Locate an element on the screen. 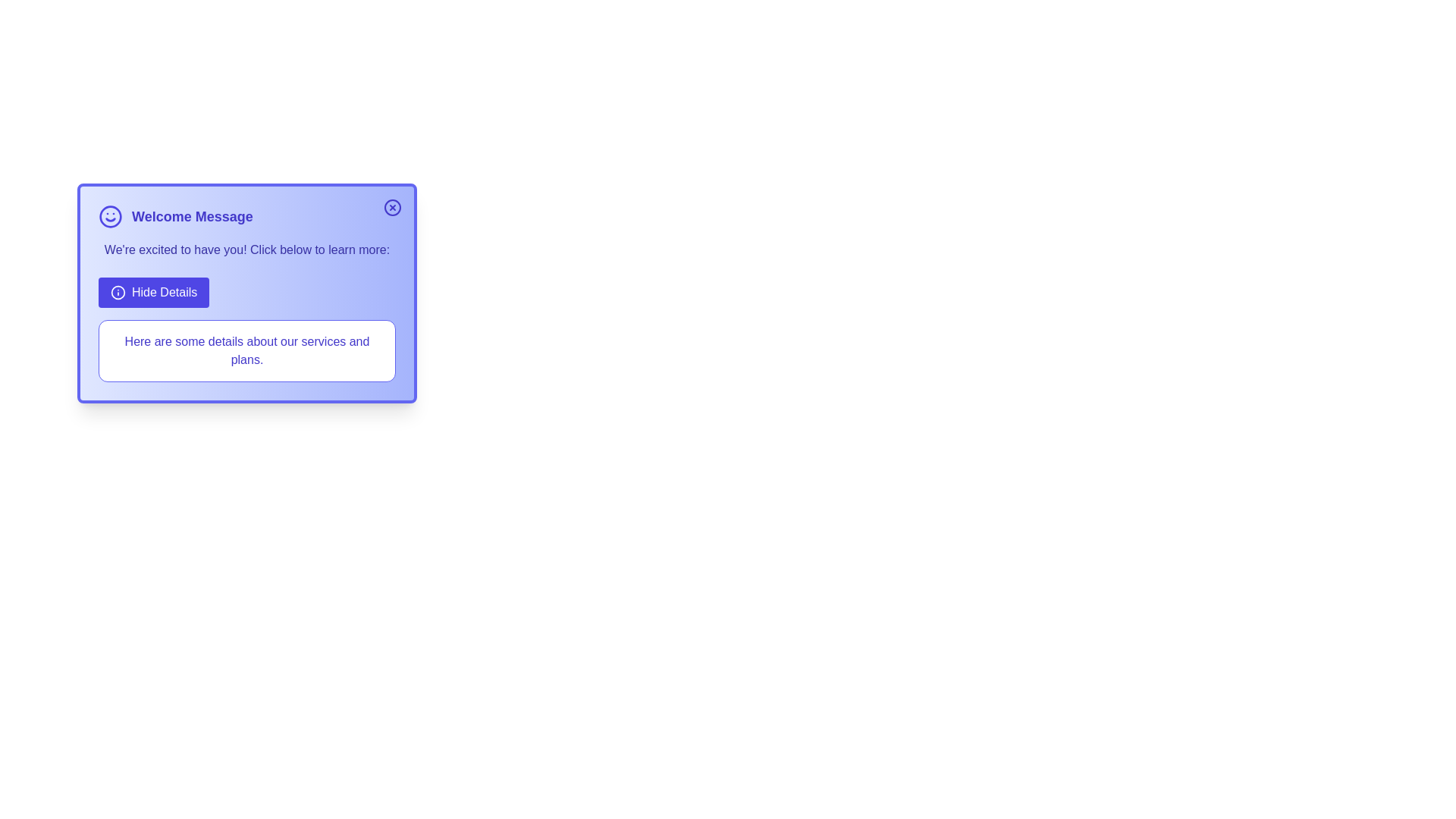  the 'Hide Details' button to toggle the visibility of the details section is located at coordinates (153, 292).